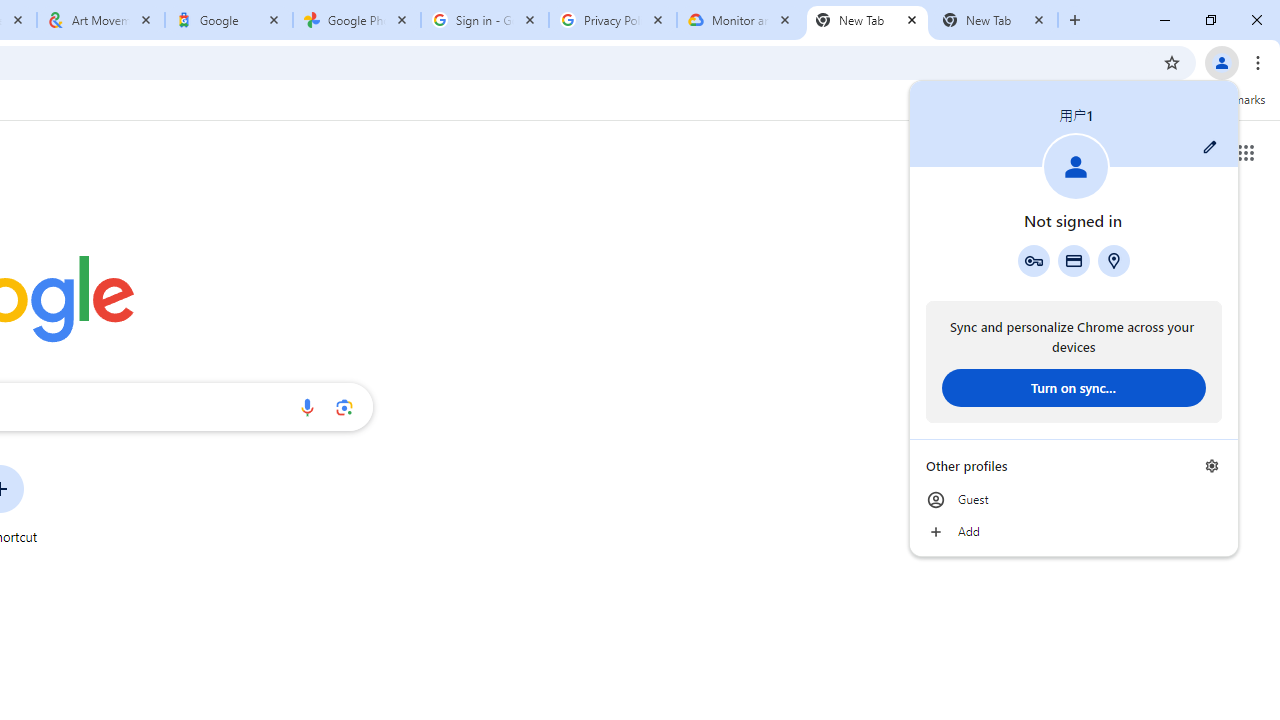  What do you see at coordinates (1211, 465) in the screenshot?
I see `'Manage profiles'` at bounding box center [1211, 465].